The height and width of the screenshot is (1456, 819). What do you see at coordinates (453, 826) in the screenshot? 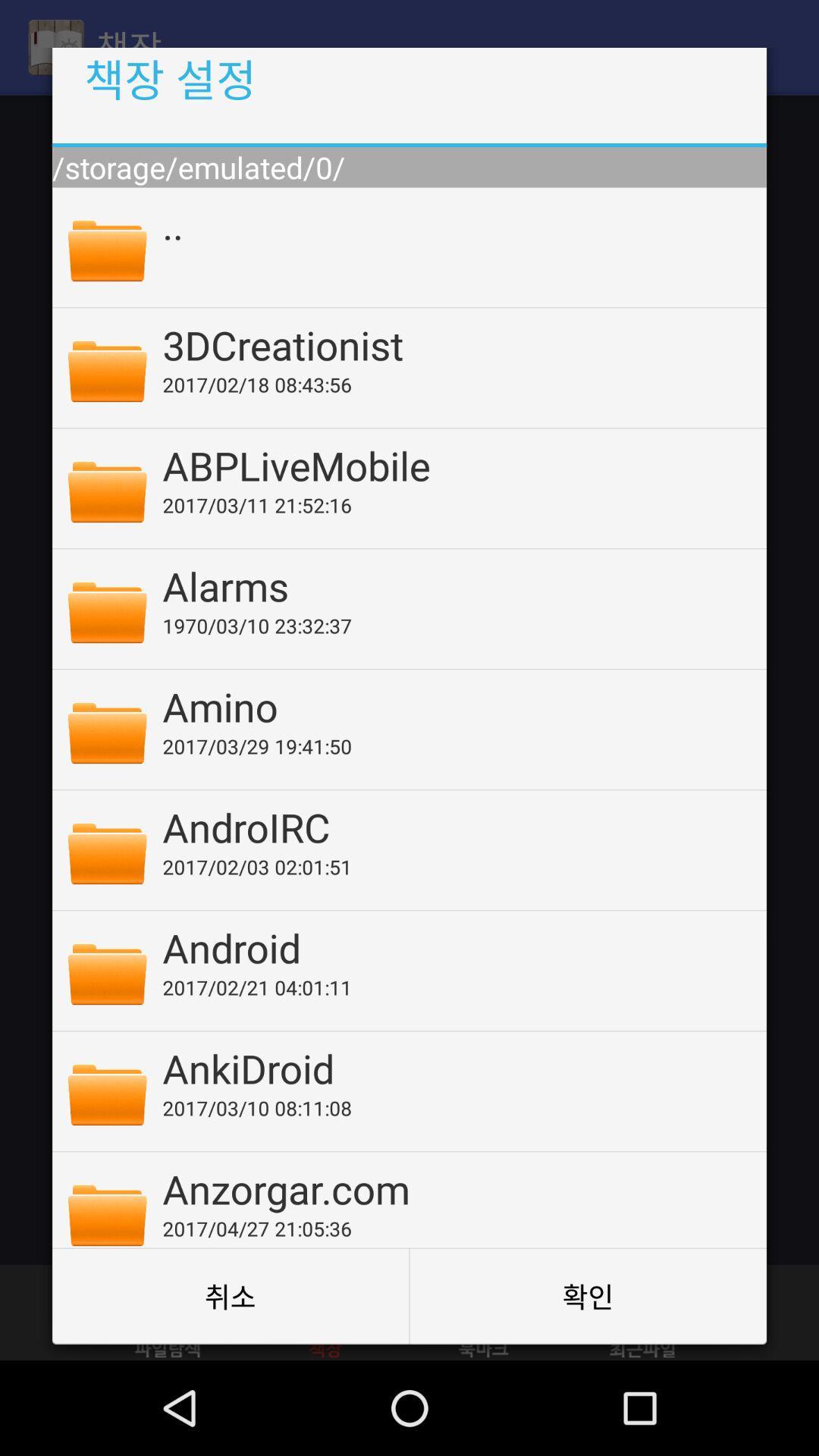
I see `the androirc` at bounding box center [453, 826].